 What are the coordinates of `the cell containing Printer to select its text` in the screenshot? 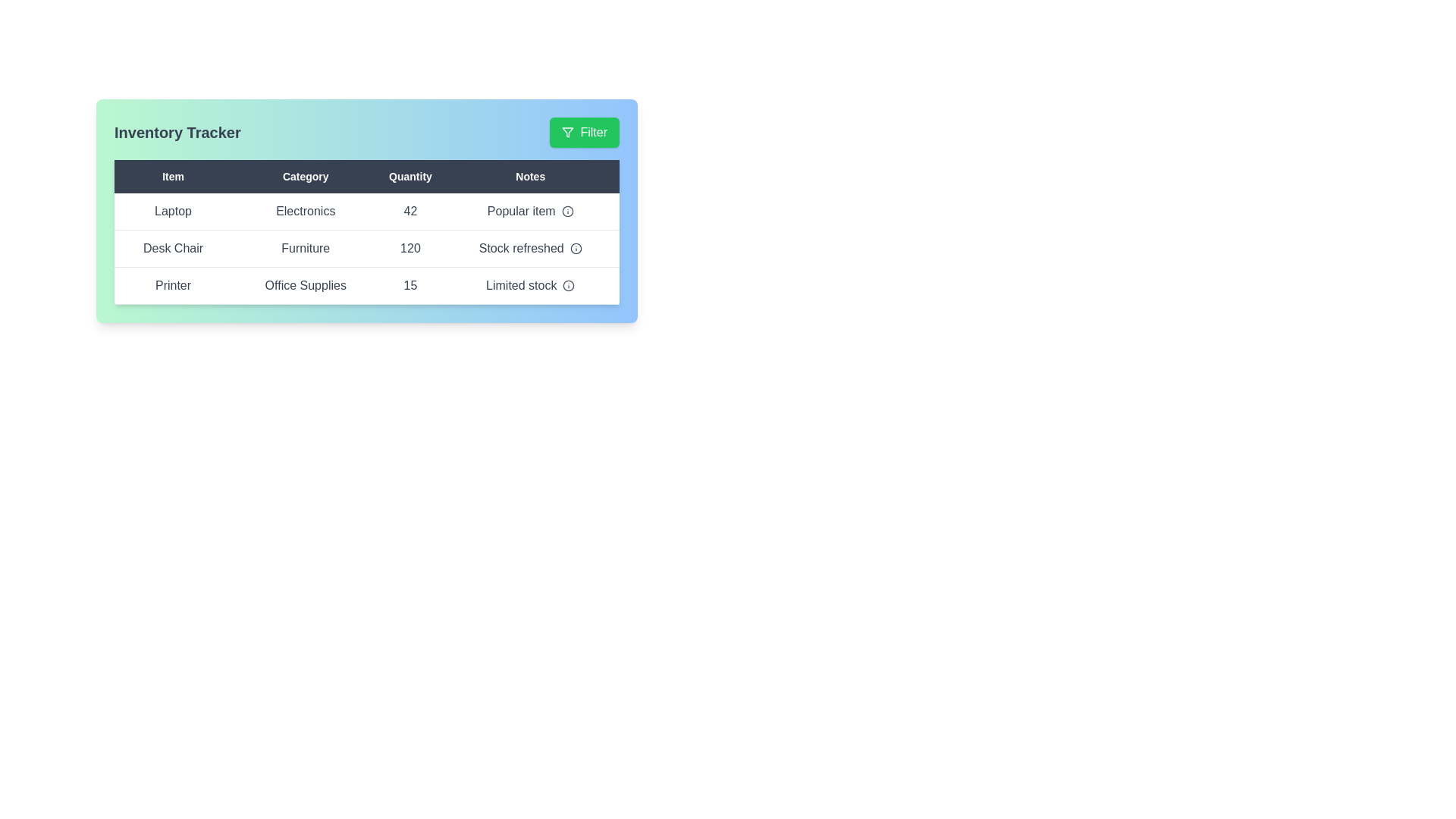 It's located at (173, 286).